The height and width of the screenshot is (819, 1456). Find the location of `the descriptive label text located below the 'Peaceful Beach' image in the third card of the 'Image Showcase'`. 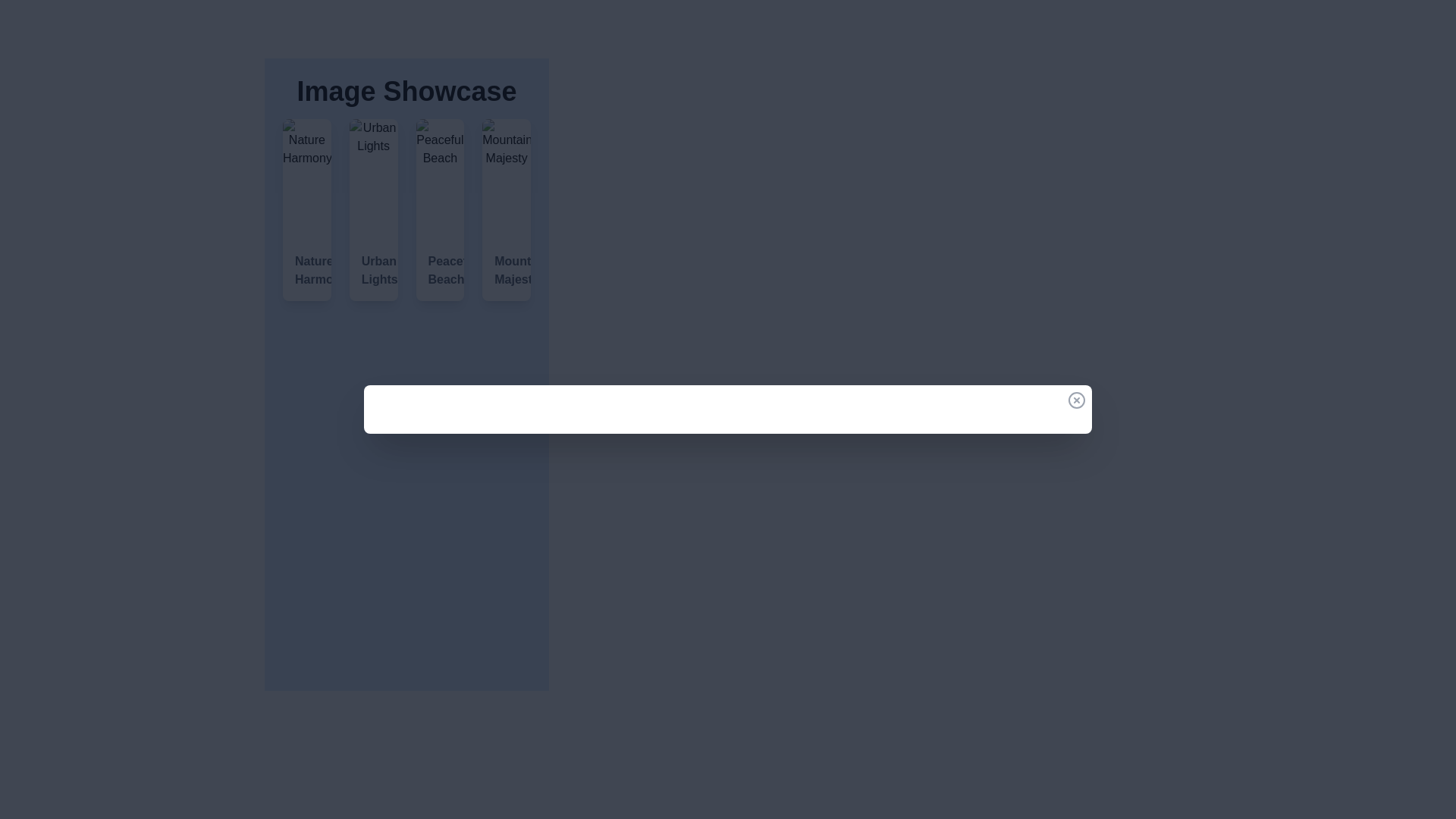

the descriptive label text located below the 'Peaceful Beach' image in the third card of the 'Image Showcase' is located at coordinates (439, 270).